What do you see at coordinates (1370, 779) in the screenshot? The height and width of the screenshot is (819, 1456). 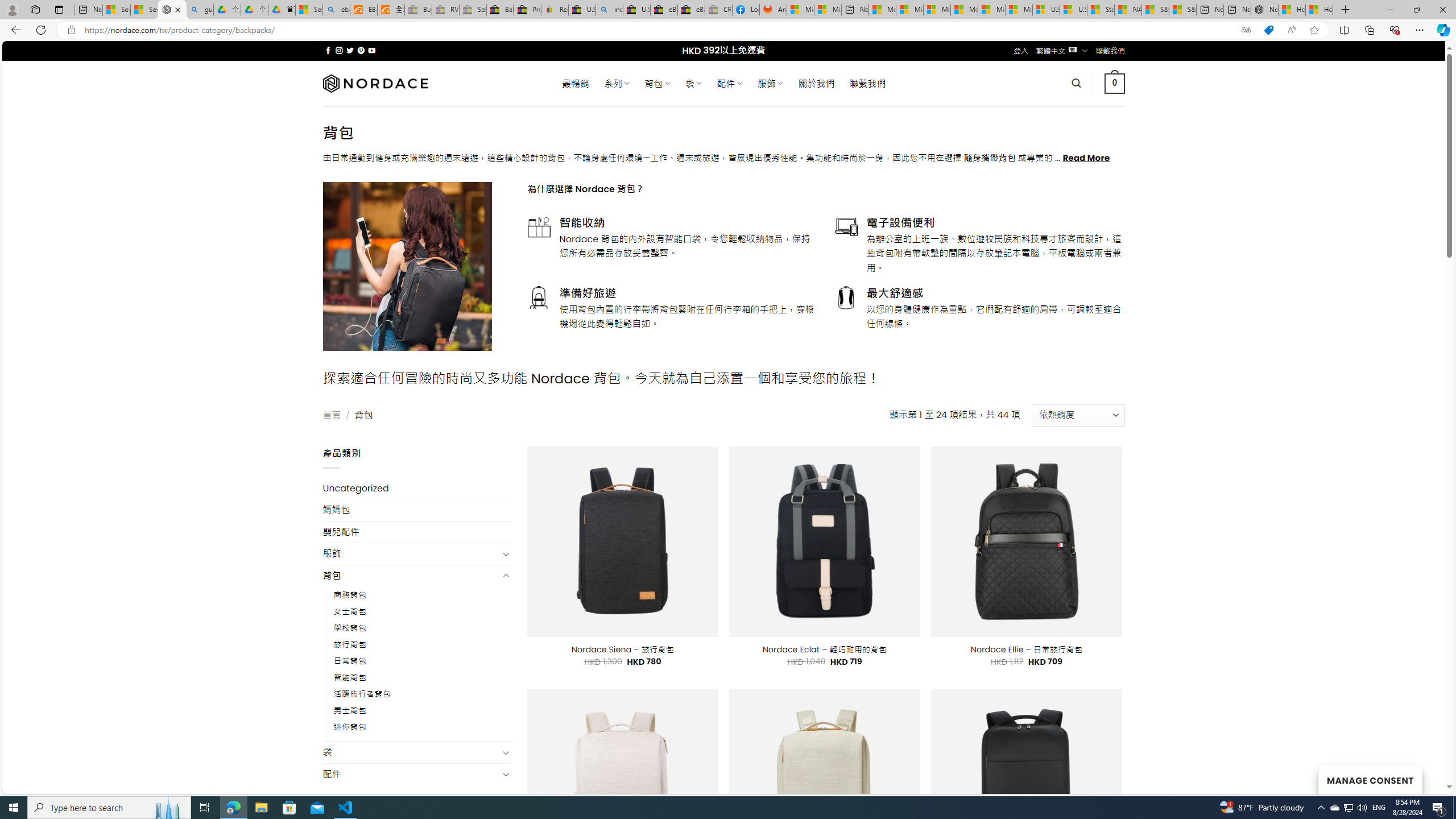 I see `'MANAGE CONSENT'` at bounding box center [1370, 779].